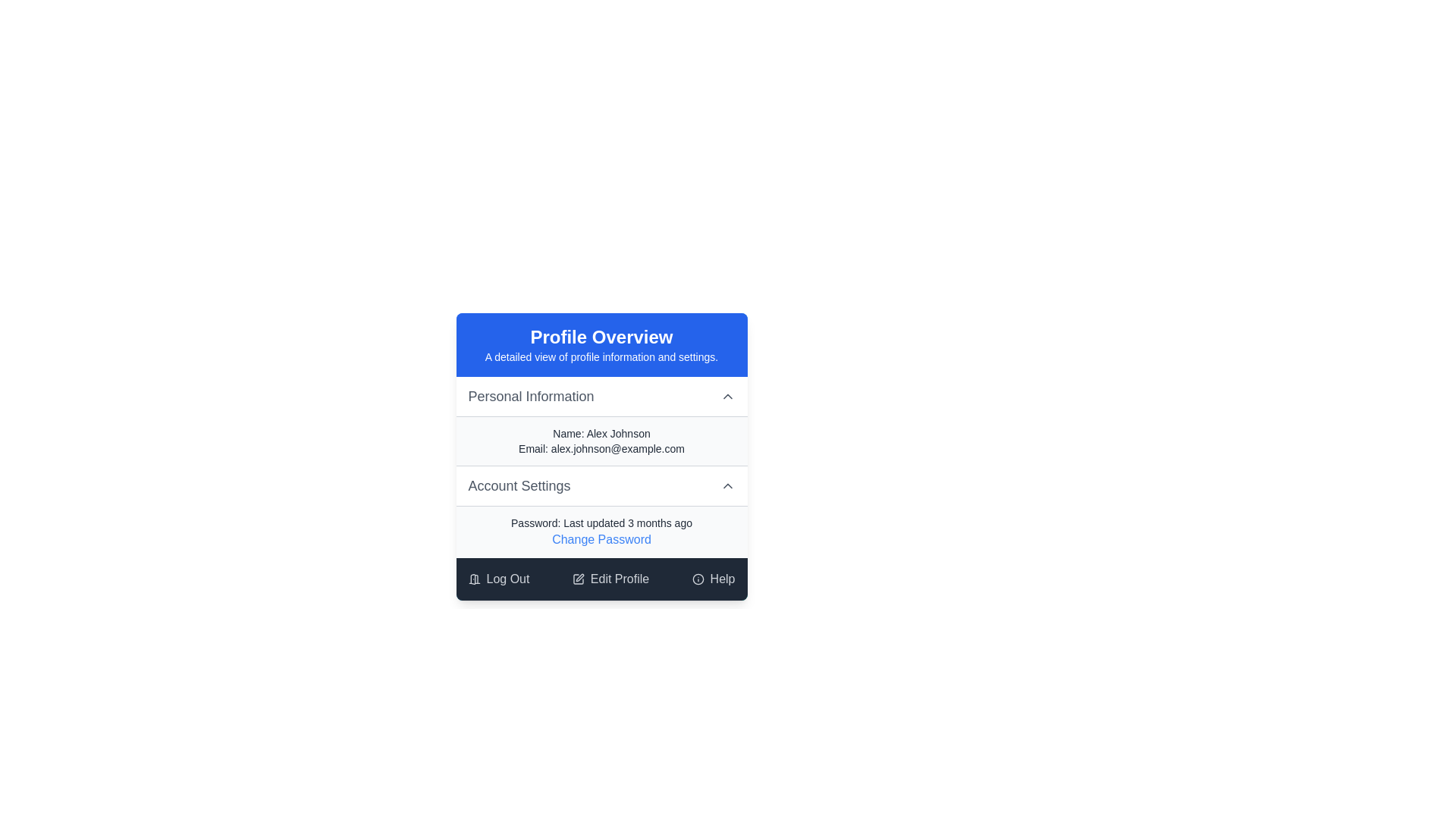 The image size is (1456, 819). I want to click on the 'Account Settings' label, which is styled in a large, bold font and is positioned prominently within the 'Profile Overview' section, so click(519, 485).